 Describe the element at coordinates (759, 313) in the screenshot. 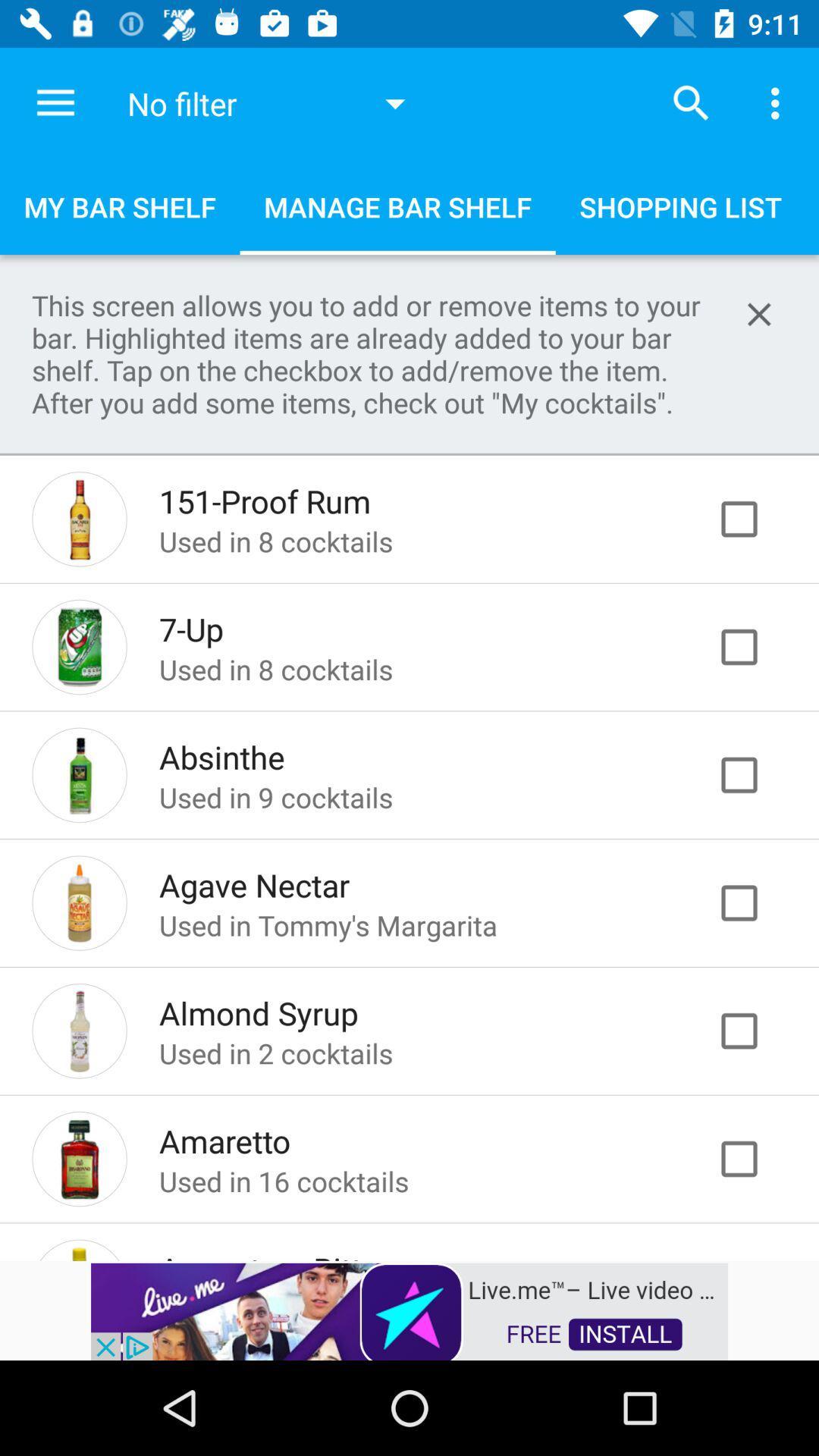

I see `the close icon` at that location.